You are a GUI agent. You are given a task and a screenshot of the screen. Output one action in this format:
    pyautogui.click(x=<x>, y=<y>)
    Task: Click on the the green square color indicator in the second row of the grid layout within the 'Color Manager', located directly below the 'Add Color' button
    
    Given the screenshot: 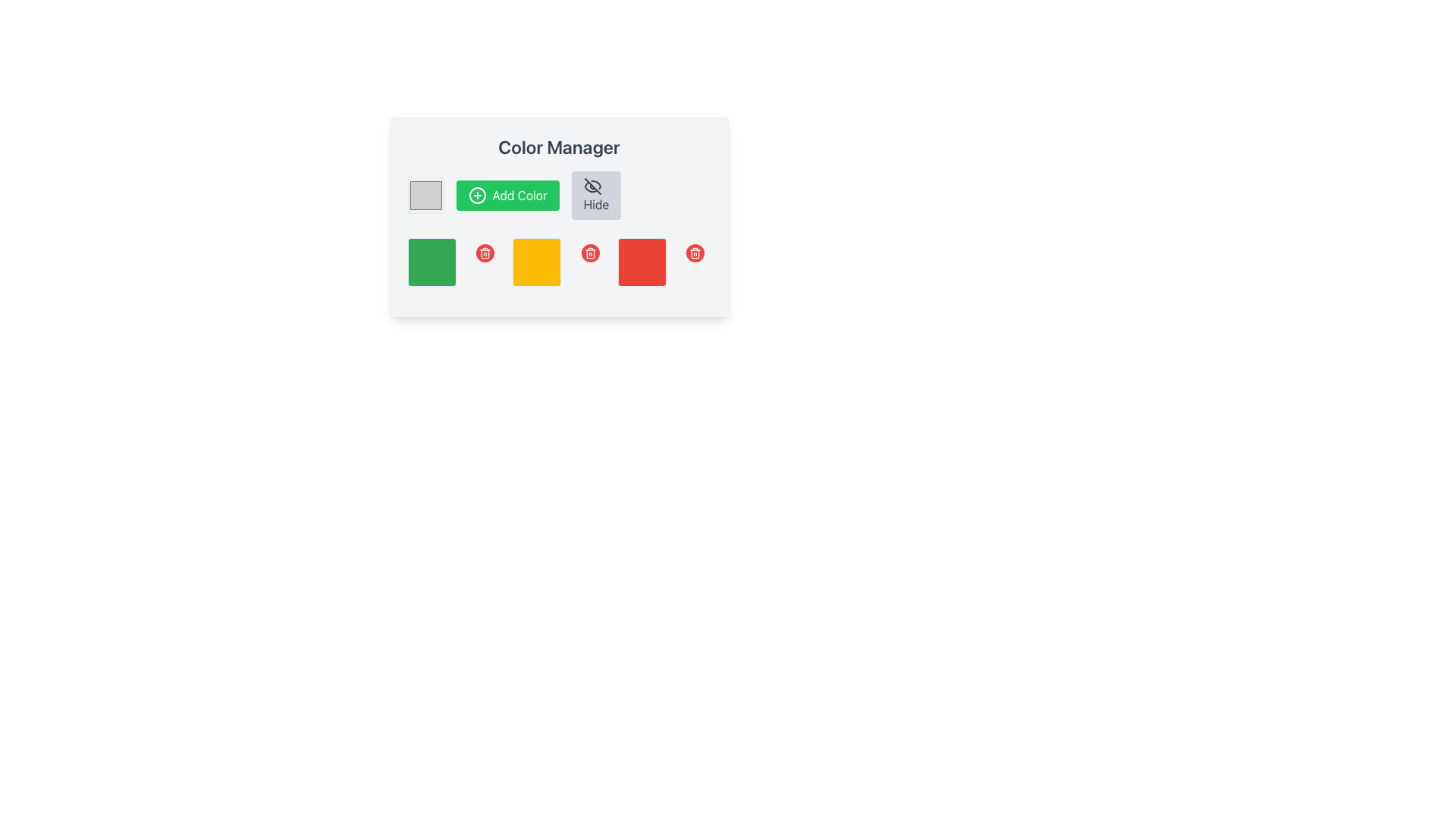 What is the action you would take?
    pyautogui.click(x=431, y=262)
    